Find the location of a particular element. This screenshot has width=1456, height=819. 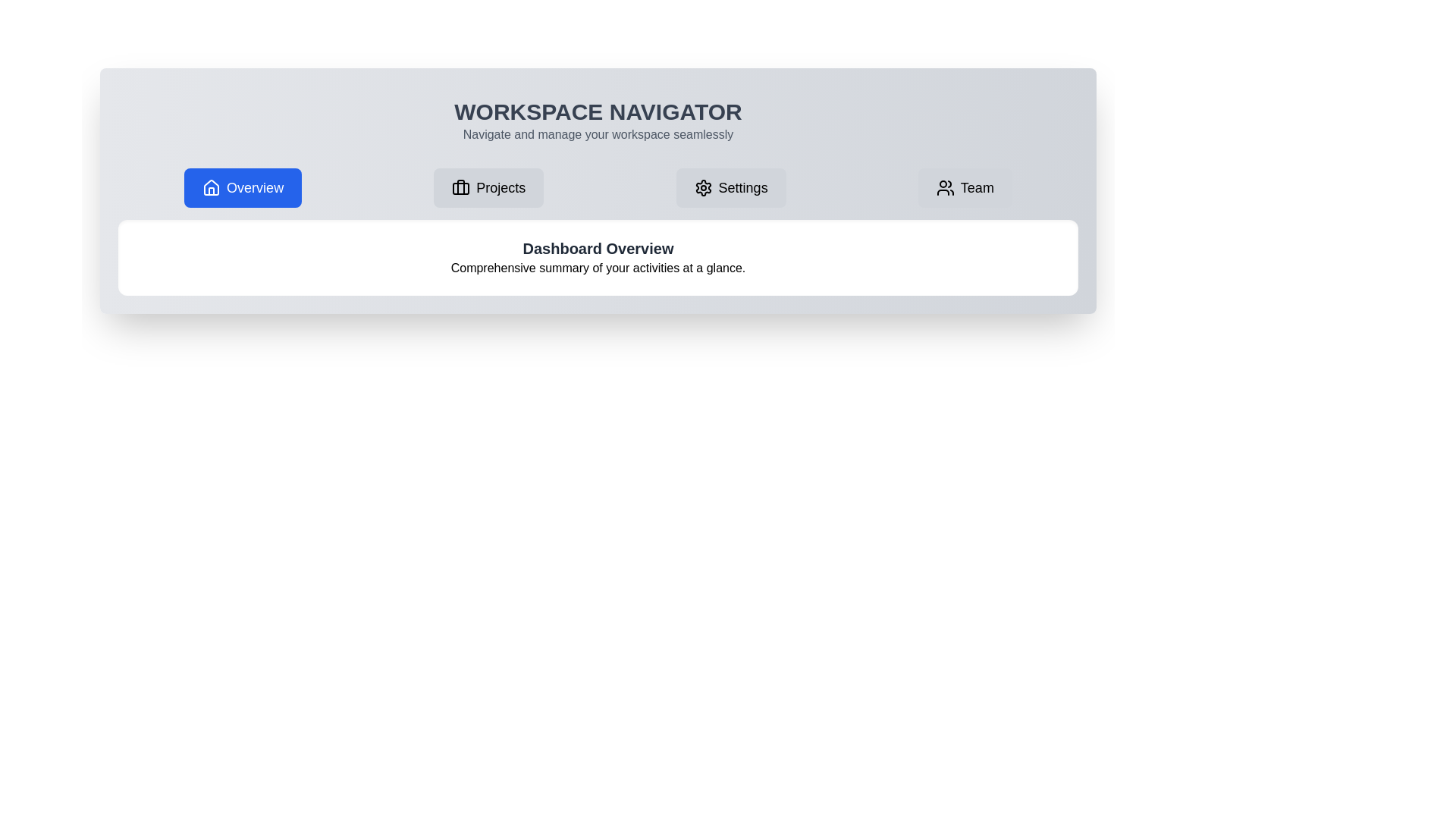

the 'WORKSPACE NAVIGATOR' text label, which is bold, capitalized, and styled with a gray font on a light gray background, located at the top of the interface is located at coordinates (597, 111).